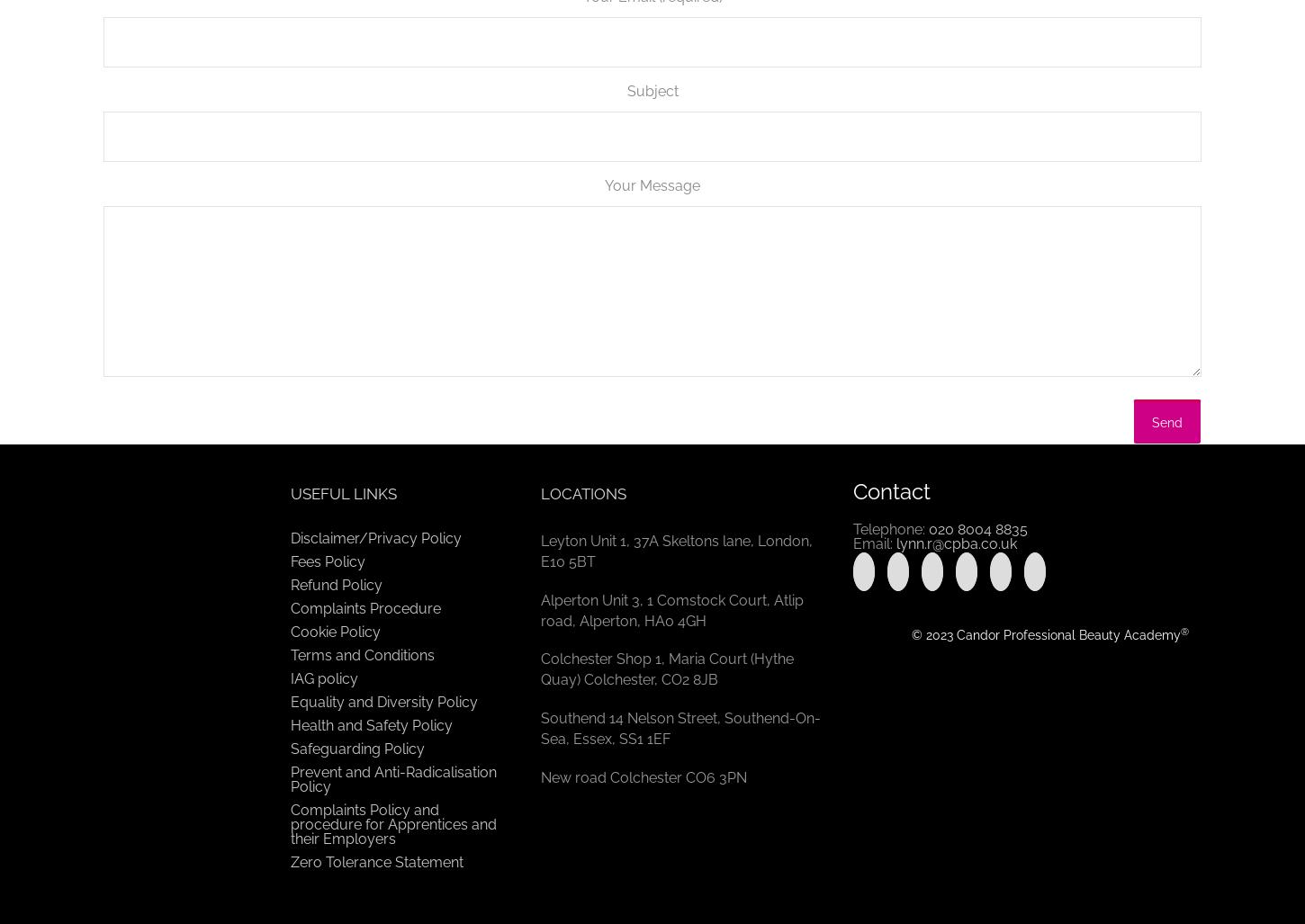  What do you see at coordinates (676, 551) in the screenshot?
I see `'Leyton Unit 1, 37A Skeltons lane, London, E10 5BT'` at bounding box center [676, 551].